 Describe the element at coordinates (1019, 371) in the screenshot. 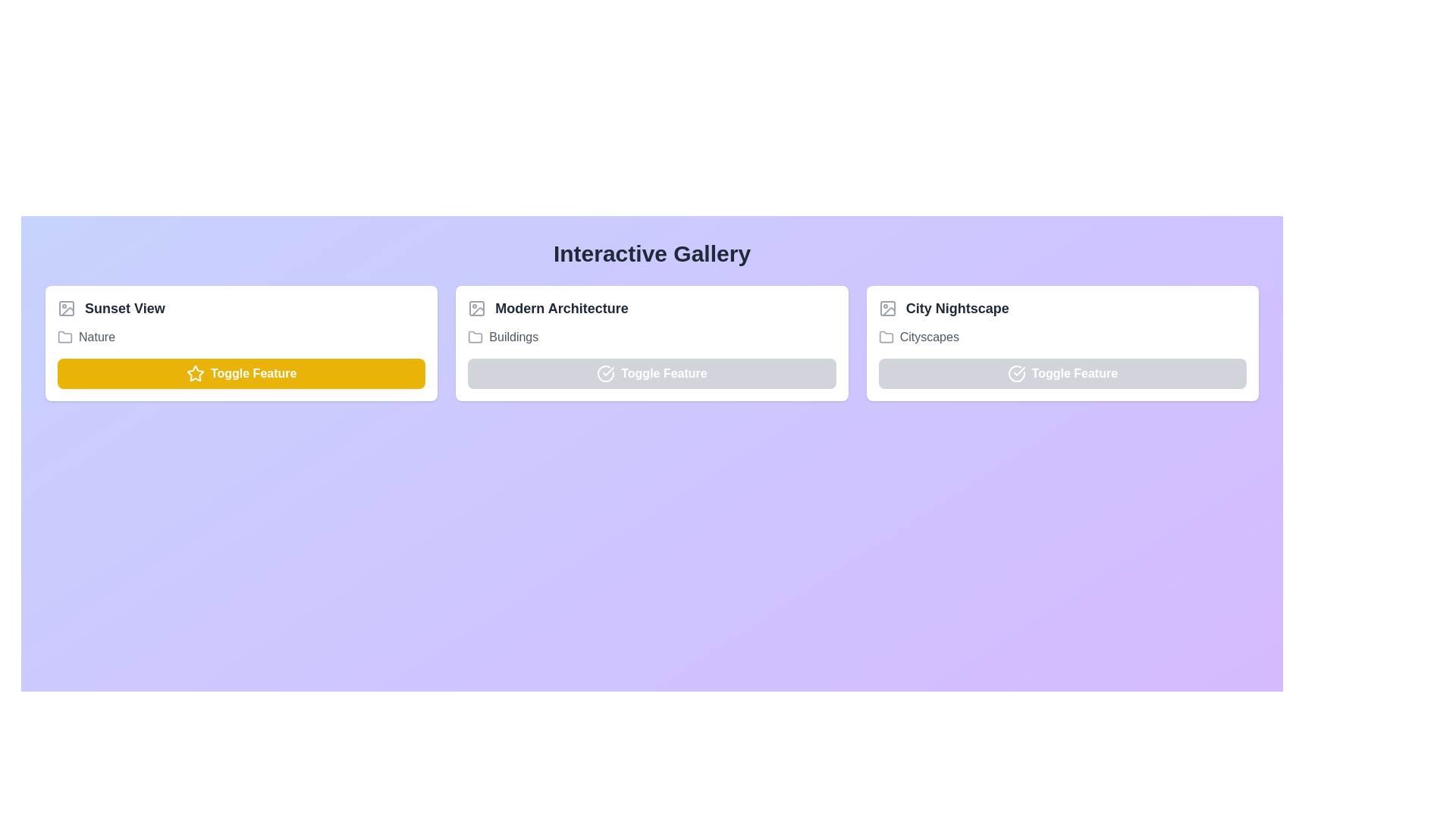

I see `the checkmark icon inside the SVG graphic representing an active state for the 'Toggle Feature' button in the 'City Nightscape' section of the 'Interactive Gallery'` at that location.